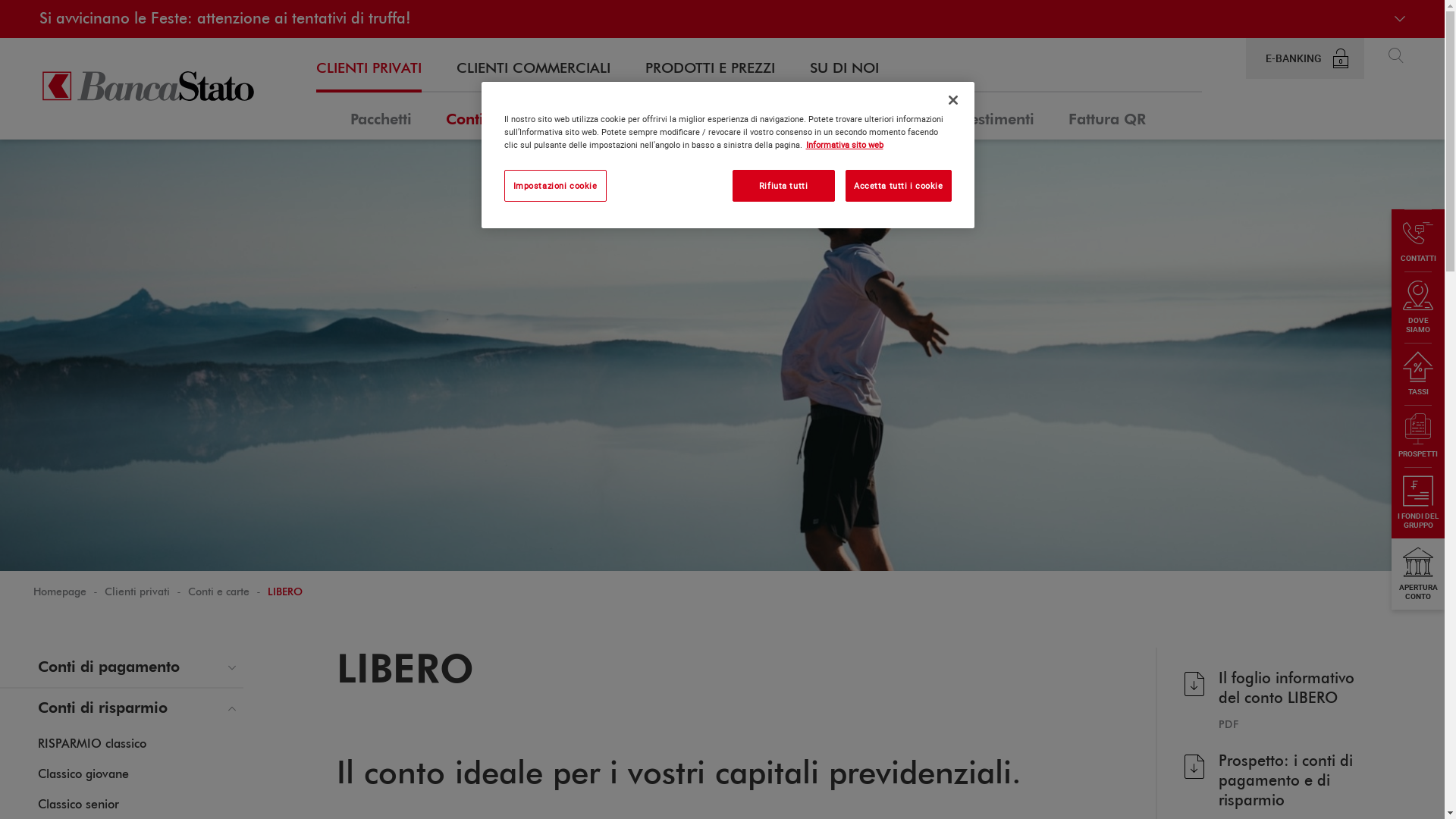  Describe the element at coordinates (809, 69) in the screenshot. I see `'SU DI NOI'` at that location.